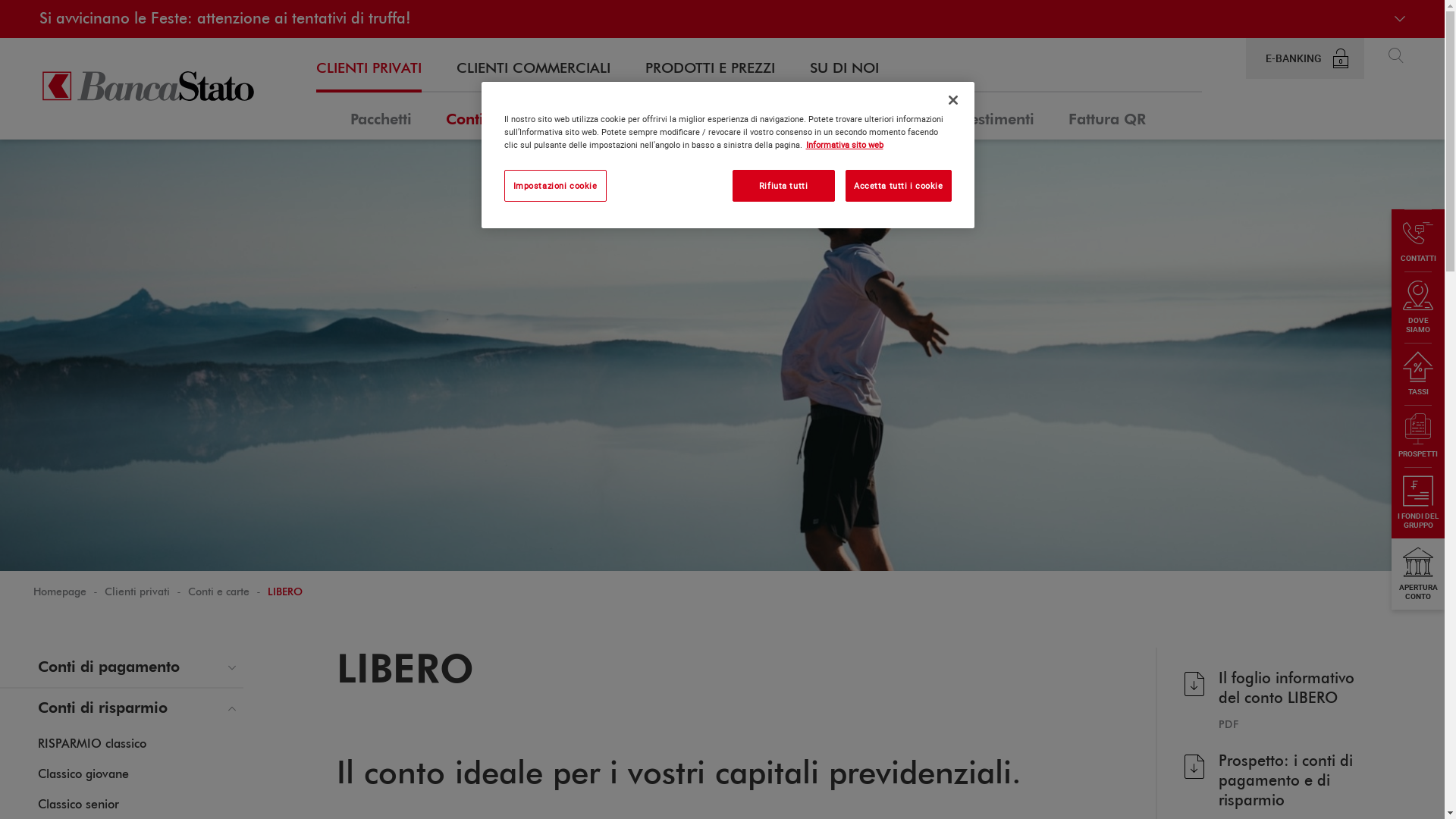  Describe the element at coordinates (809, 69) in the screenshot. I see `'SU DI NOI'` at that location.